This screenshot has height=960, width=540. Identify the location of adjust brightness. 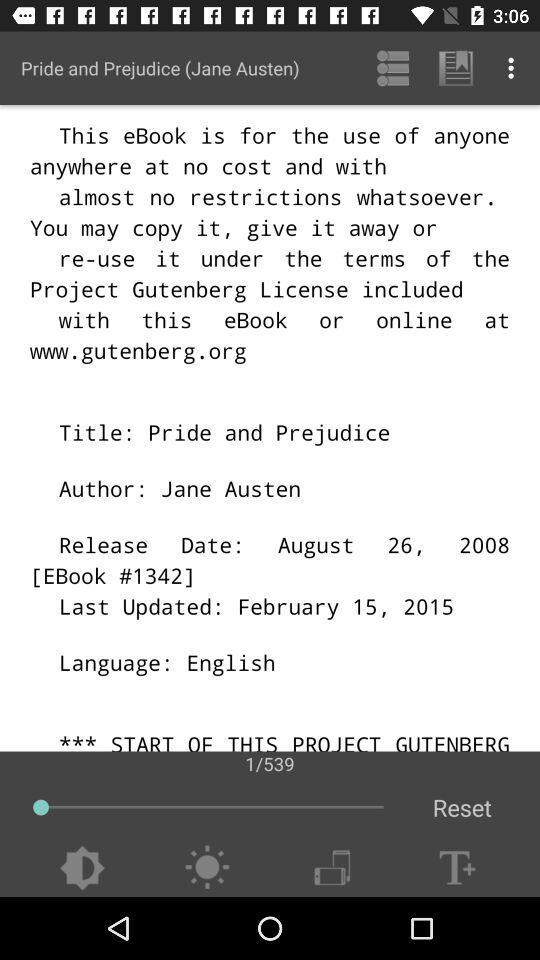
(206, 867).